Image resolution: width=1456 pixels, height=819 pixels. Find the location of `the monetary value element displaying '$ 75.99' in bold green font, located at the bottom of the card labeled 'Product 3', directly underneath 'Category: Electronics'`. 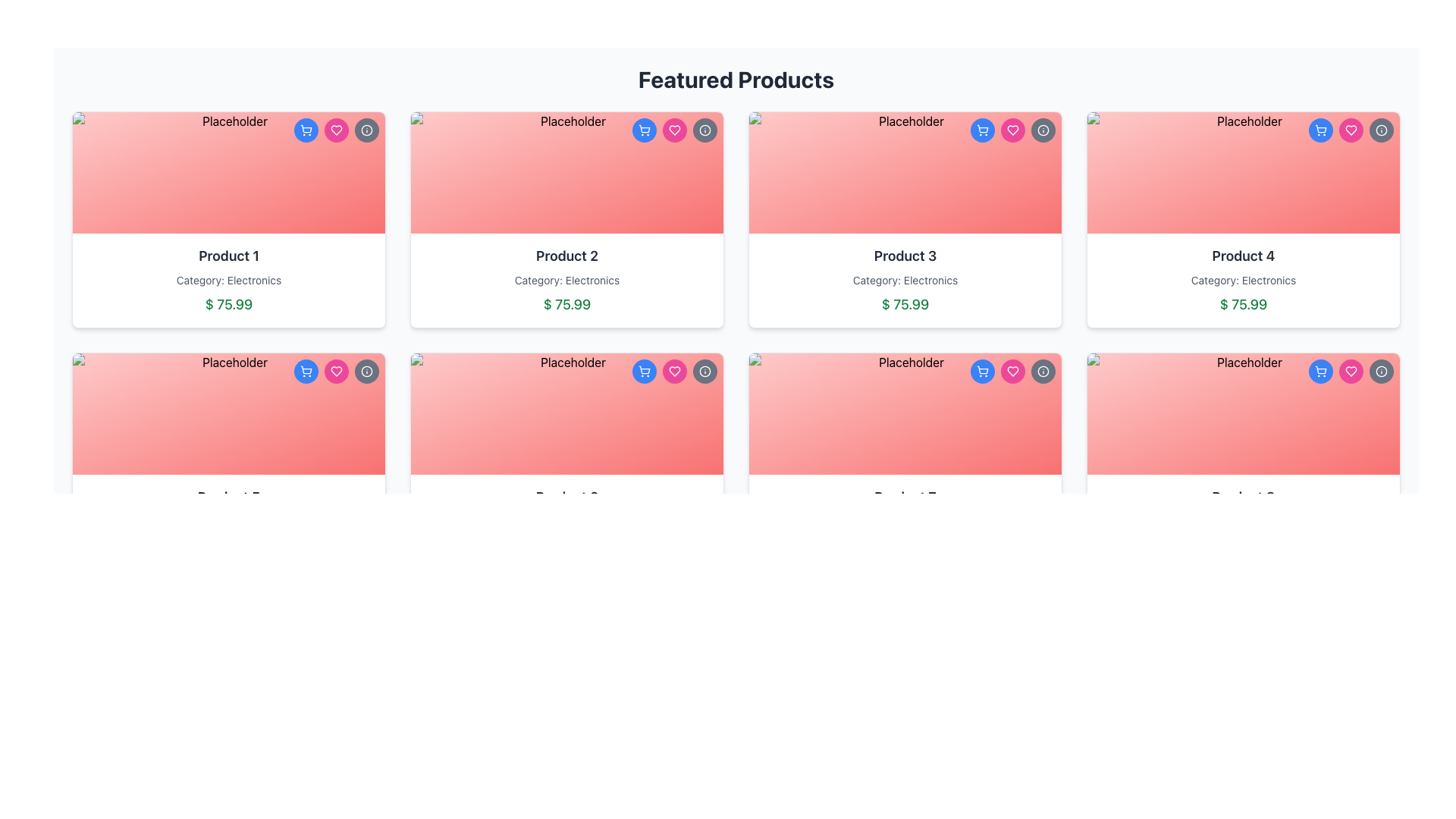

the monetary value element displaying '$ 75.99' in bold green font, located at the bottom of the card labeled 'Product 3', directly underneath 'Category: Electronics' is located at coordinates (905, 304).